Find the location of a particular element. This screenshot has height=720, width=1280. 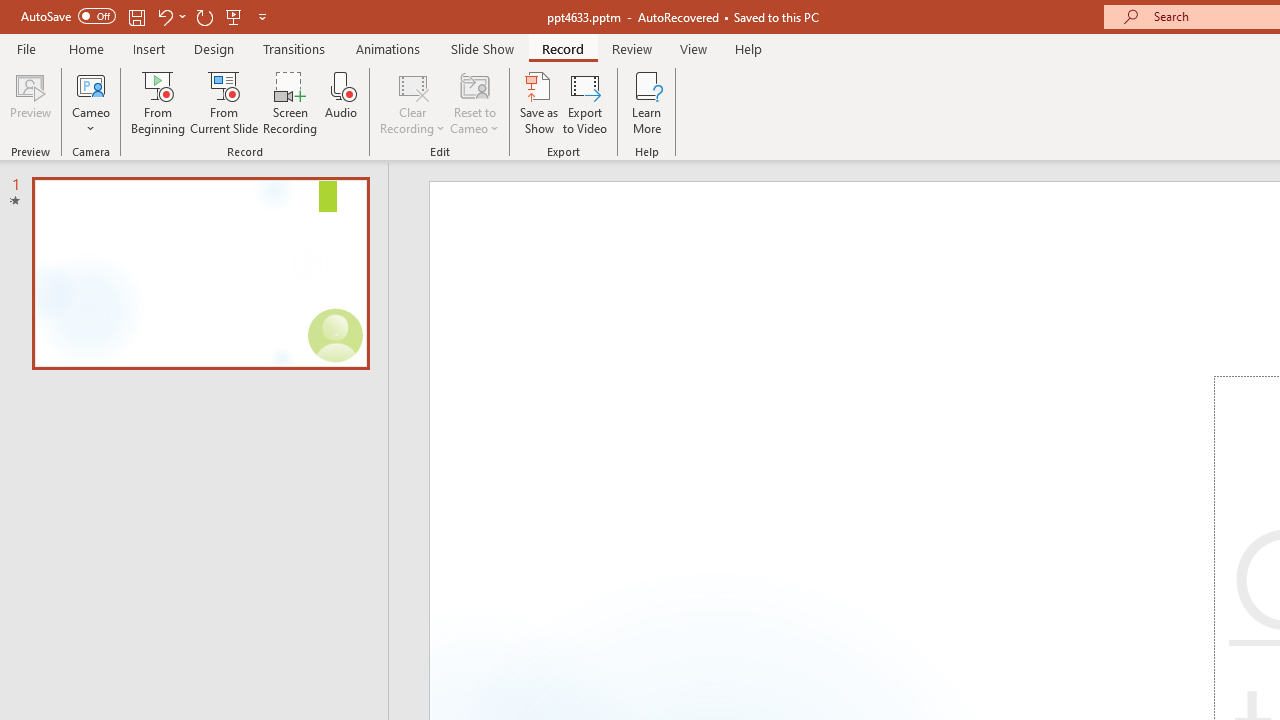

'From Current Slide...' is located at coordinates (224, 103).